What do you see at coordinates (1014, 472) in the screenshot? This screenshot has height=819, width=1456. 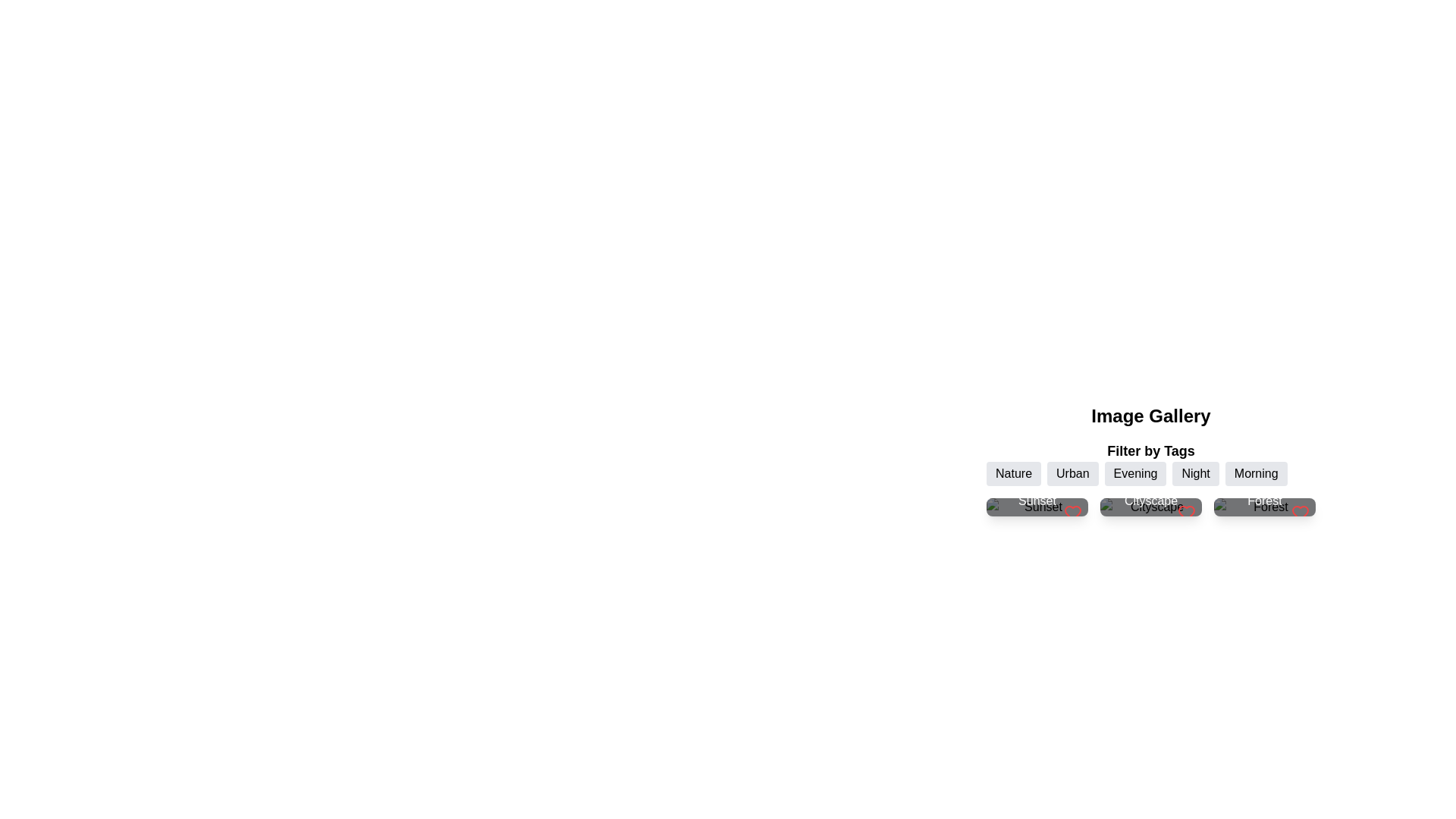 I see `the 'Nature' button, which is the first clickable tag in the 'Filter by Tags' section` at bounding box center [1014, 472].